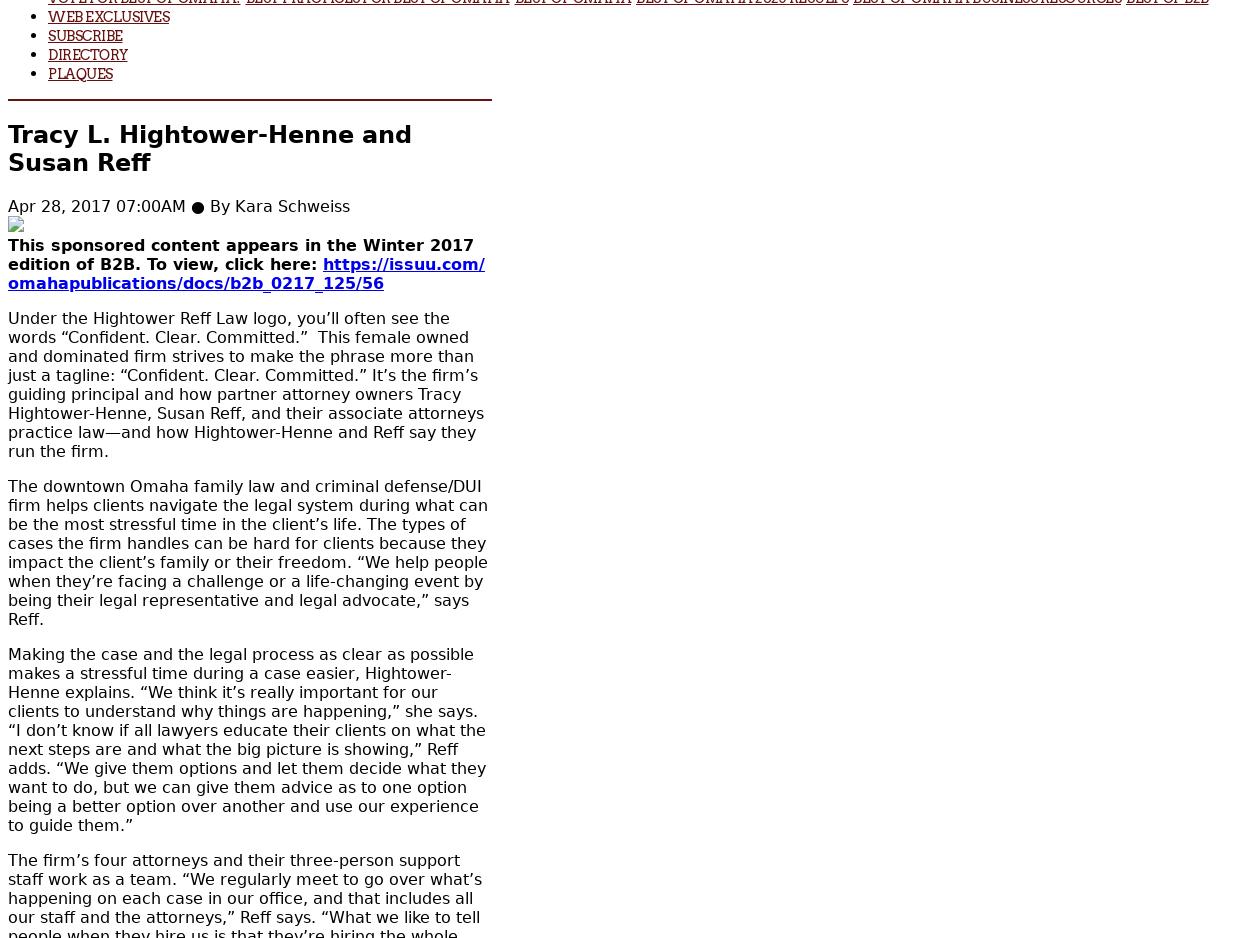  What do you see at coordinates (403, 262) in the screenshot?
I see `'https://issuu.com/'` at bounding box center [403, 262].